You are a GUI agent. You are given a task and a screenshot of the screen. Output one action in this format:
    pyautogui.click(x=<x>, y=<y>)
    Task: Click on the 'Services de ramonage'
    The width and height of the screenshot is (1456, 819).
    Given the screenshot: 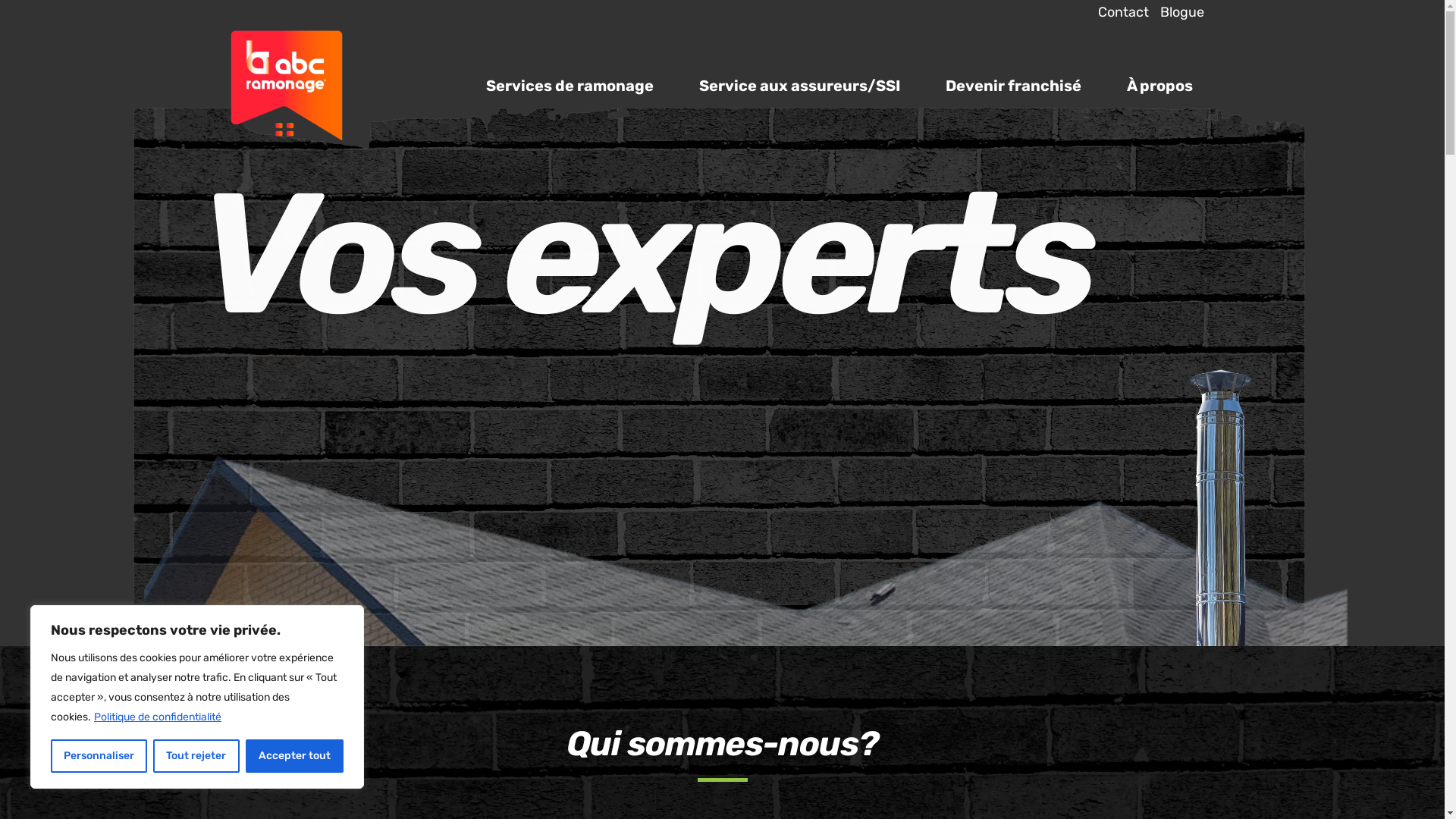 What is the action you would take?
    pyautogui.click(x=568, y=85)
    